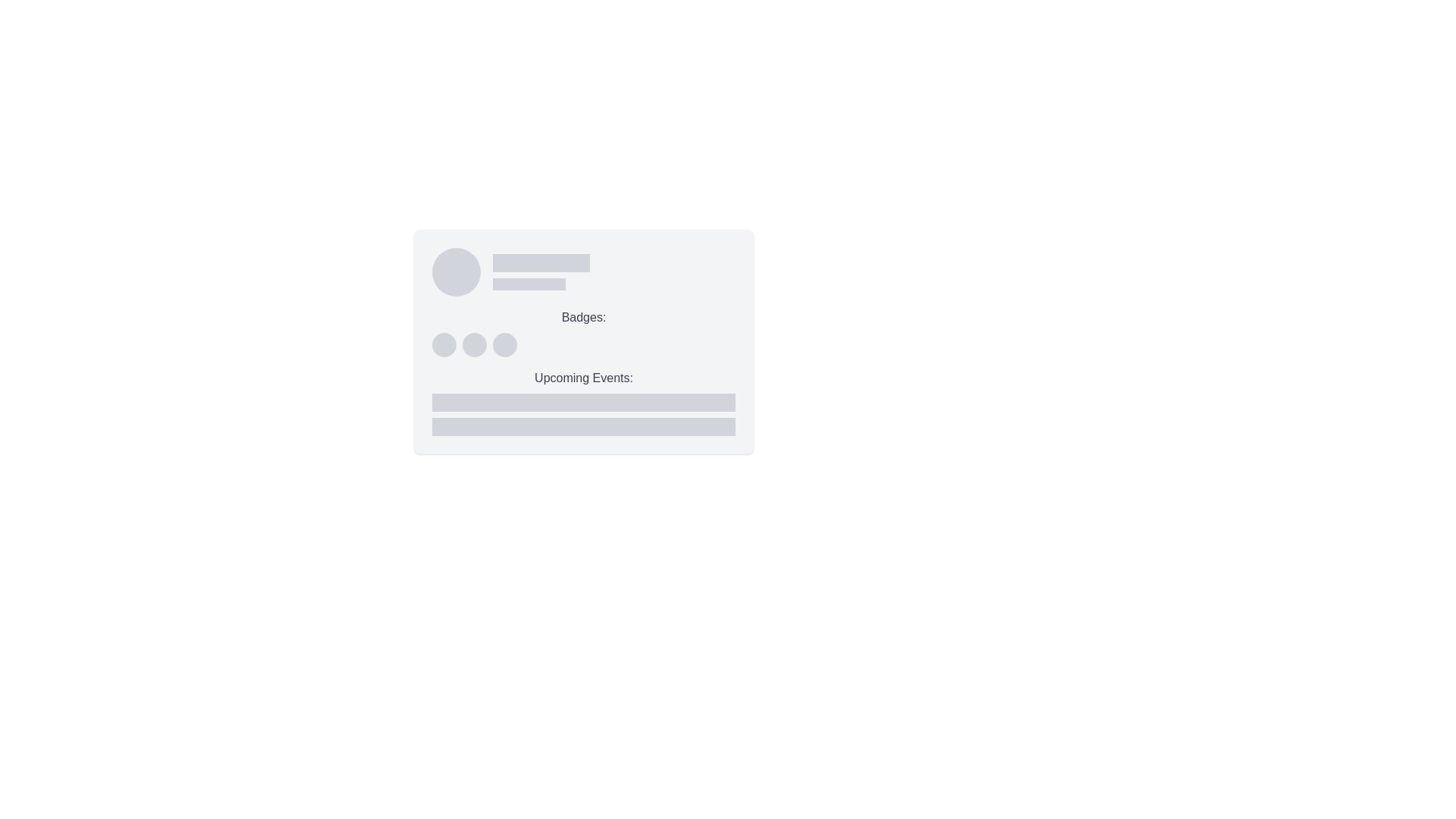 This screenshot has height=819, width=1456. Describe the element at coordinates (582, 415) in the screenshot. I see `the grouping of non-interactive visual indicators located in the 'Upcoming Events:' section, positioned immediately below the label 'Upcoming Events:'` at that location.